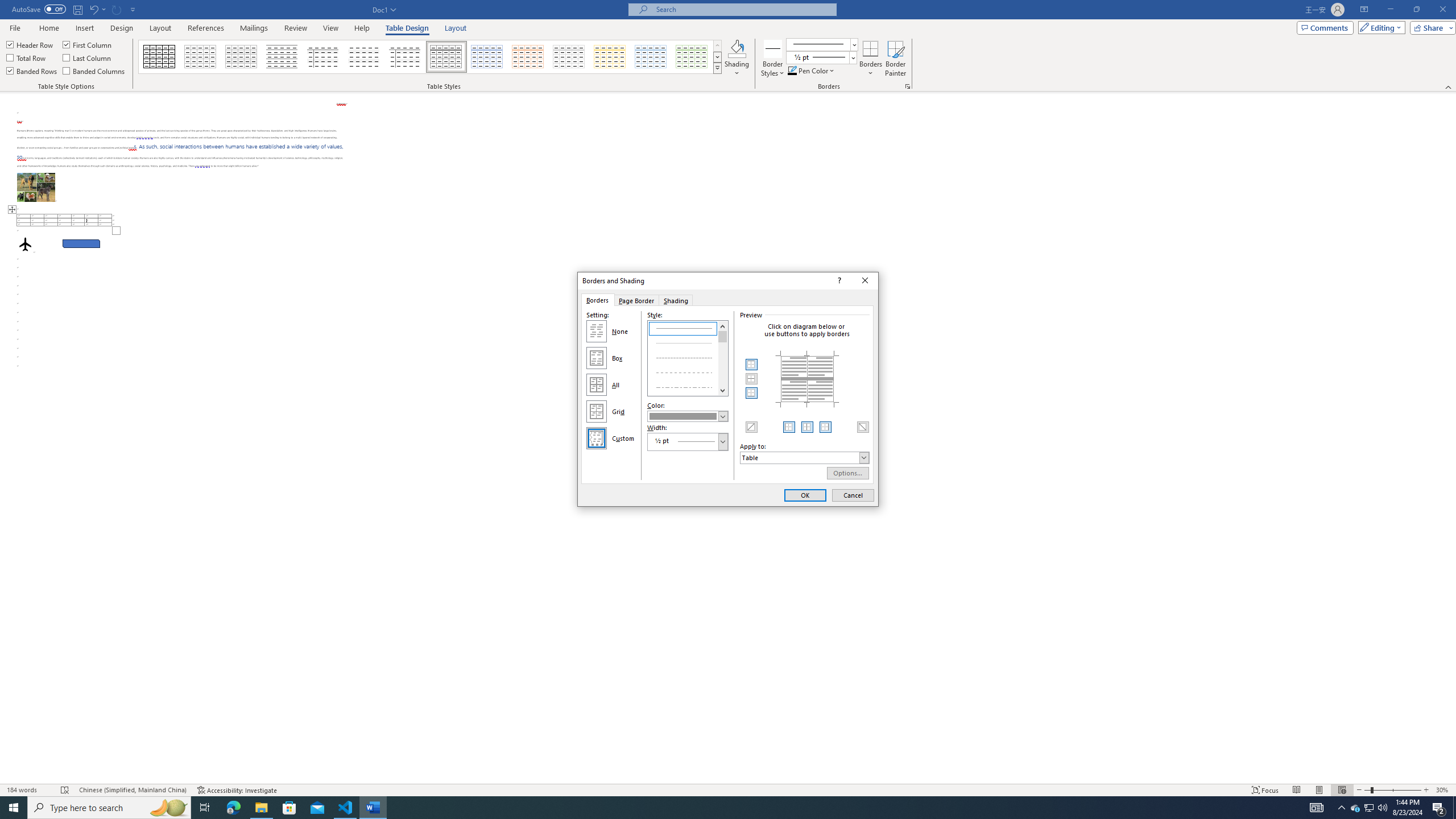  I want to click on 'Read Mode', so click(1296, 790).